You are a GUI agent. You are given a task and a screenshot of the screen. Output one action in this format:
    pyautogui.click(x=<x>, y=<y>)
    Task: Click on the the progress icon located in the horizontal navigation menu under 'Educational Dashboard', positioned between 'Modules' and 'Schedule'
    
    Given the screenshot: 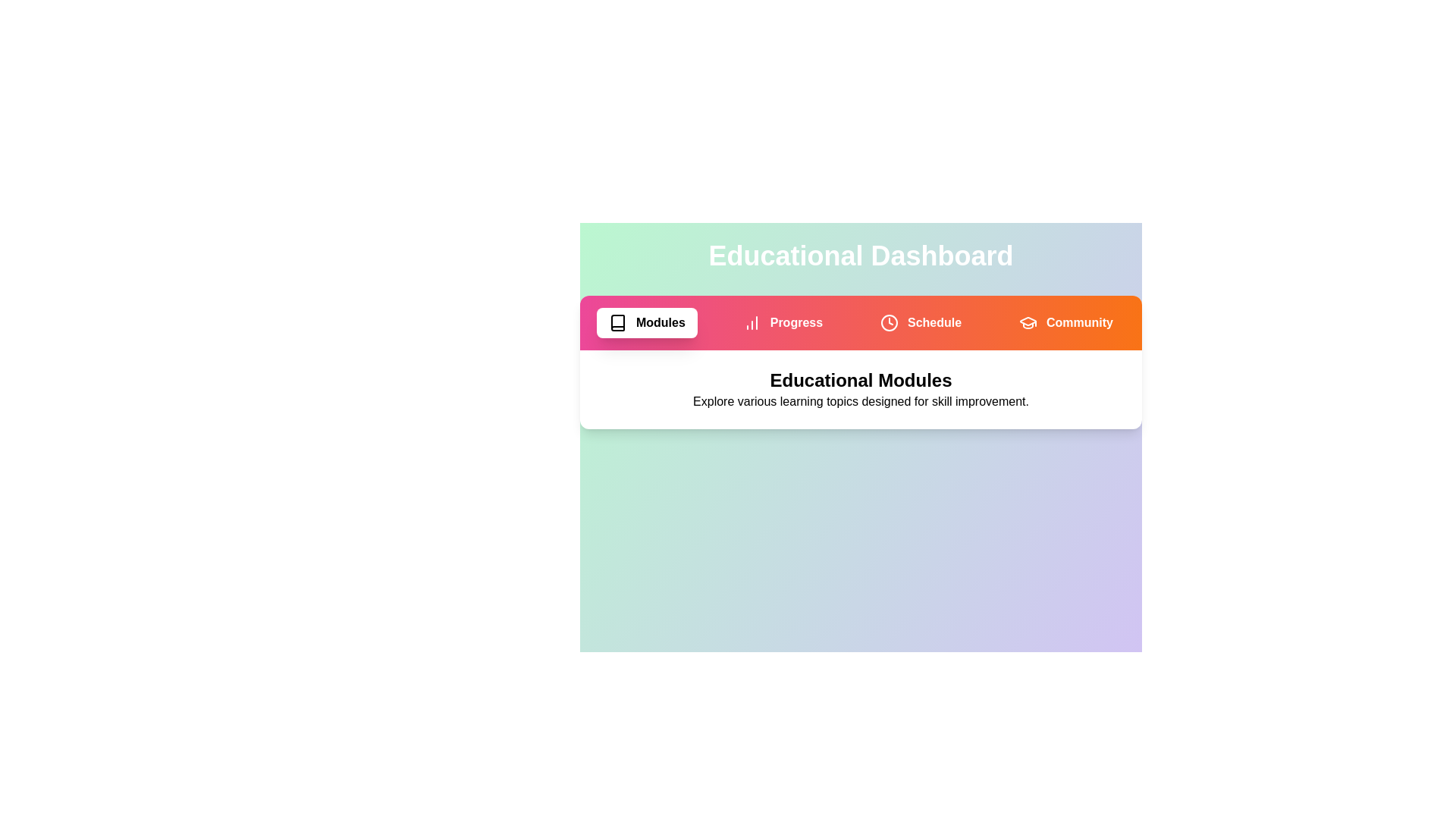 What is the action you would take?
    pyautogui.click(x=752, y=322)
    